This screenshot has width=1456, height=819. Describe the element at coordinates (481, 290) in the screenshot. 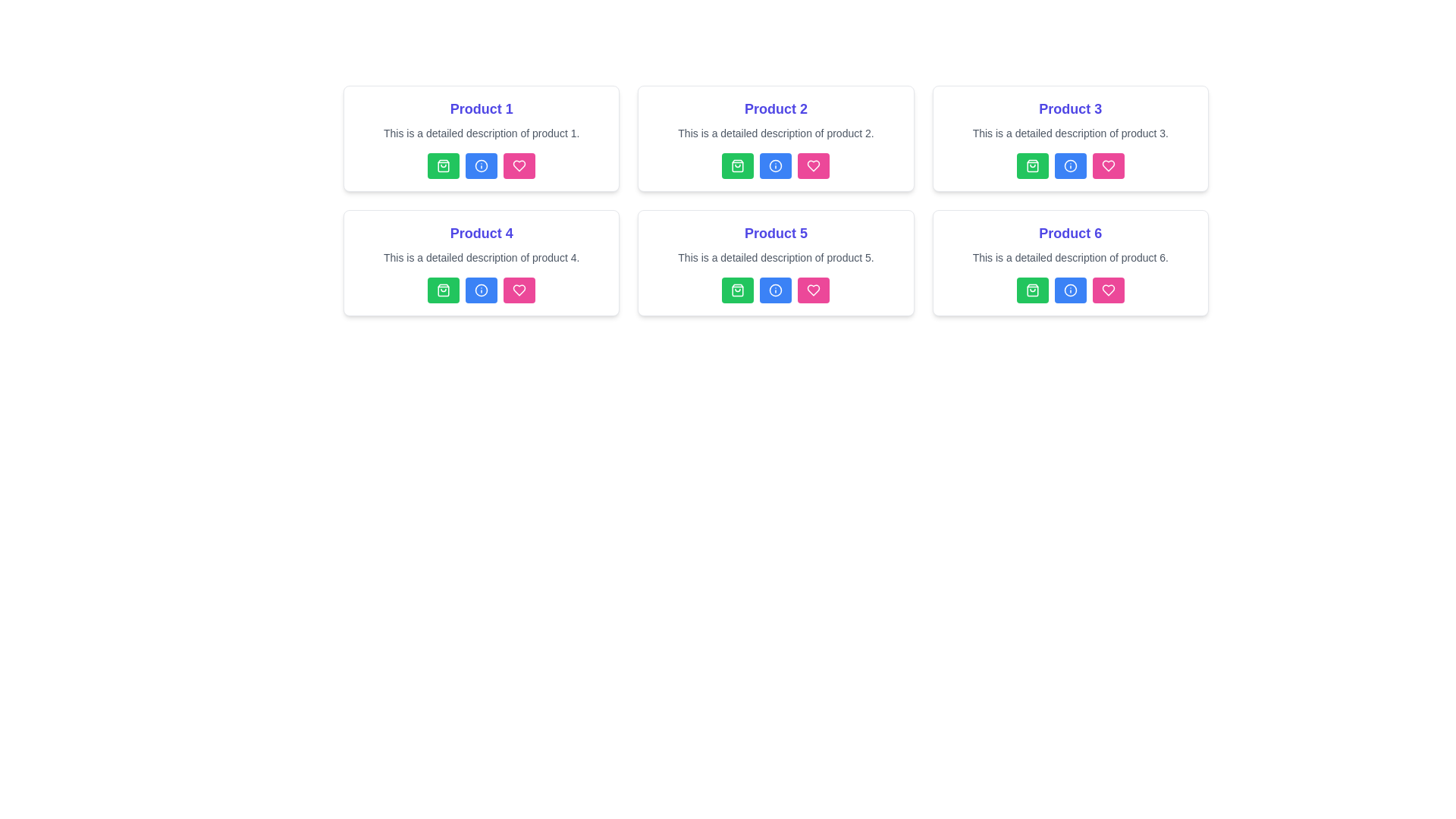

I see `the information trigger button located as the second button in a horizontal group below 'Product 4'` at that location.